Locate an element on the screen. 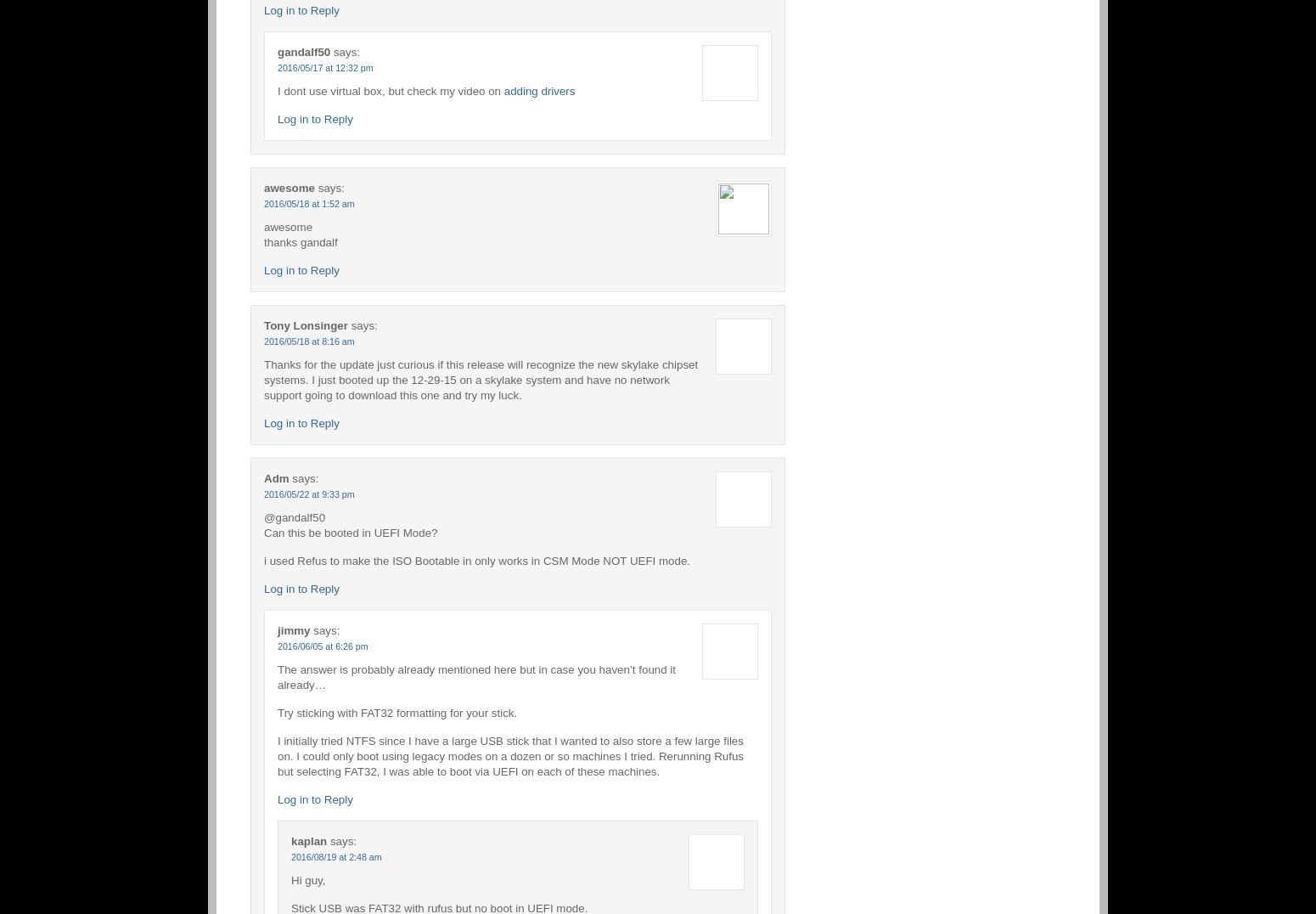 This screenshot has height=914, width=1316. 'I initially tried NTFS since I have a large USB stick that I wanted to also store a few large files on.  I could only boot using legacy modes on a dozen or so machines I tried.  Rerunning Rufus but selecting FAT32, I was able to boot via UEFI on each of these machines.' is located at coordinates (277, 755).